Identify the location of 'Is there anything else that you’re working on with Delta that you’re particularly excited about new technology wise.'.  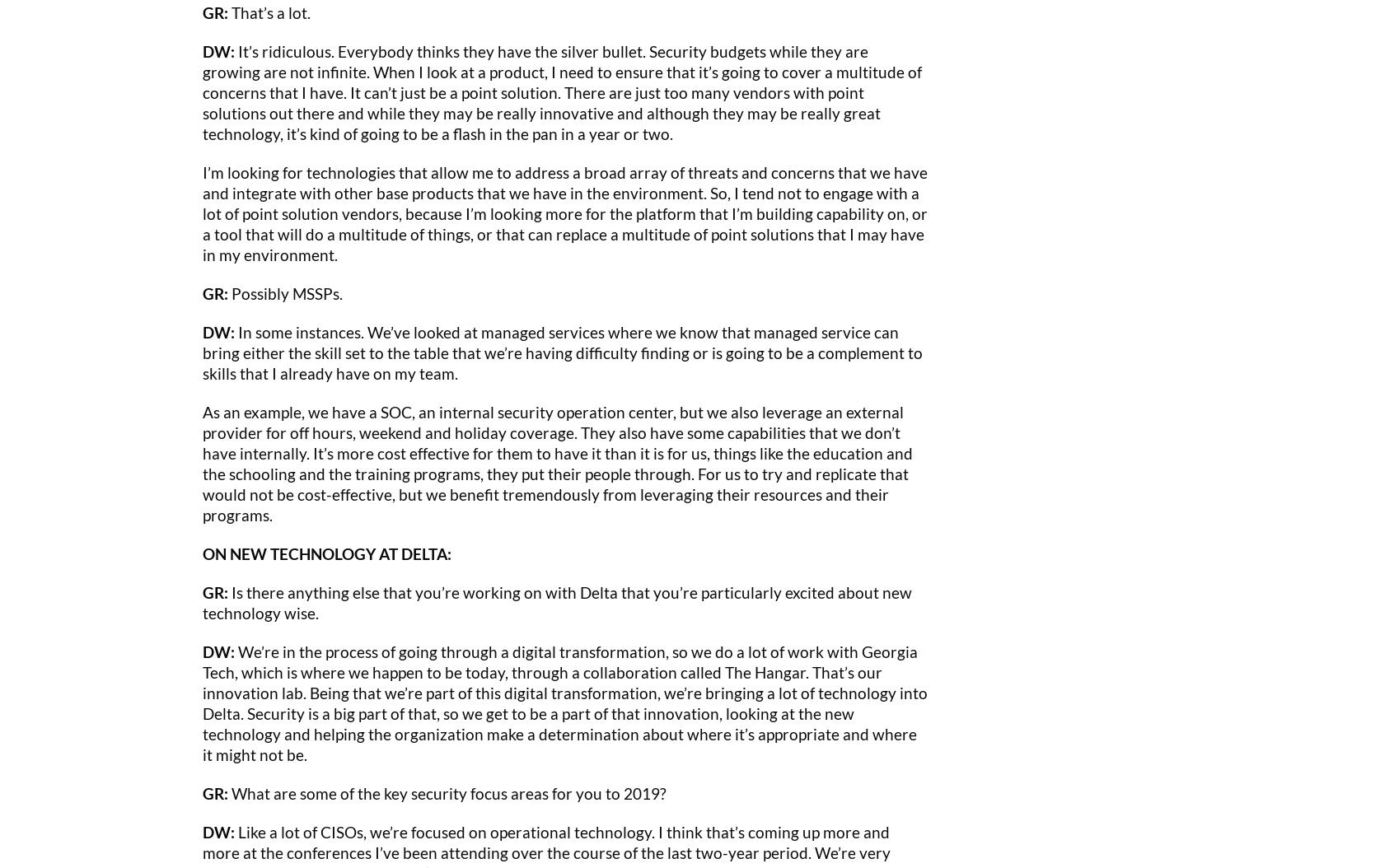
(557, 600).